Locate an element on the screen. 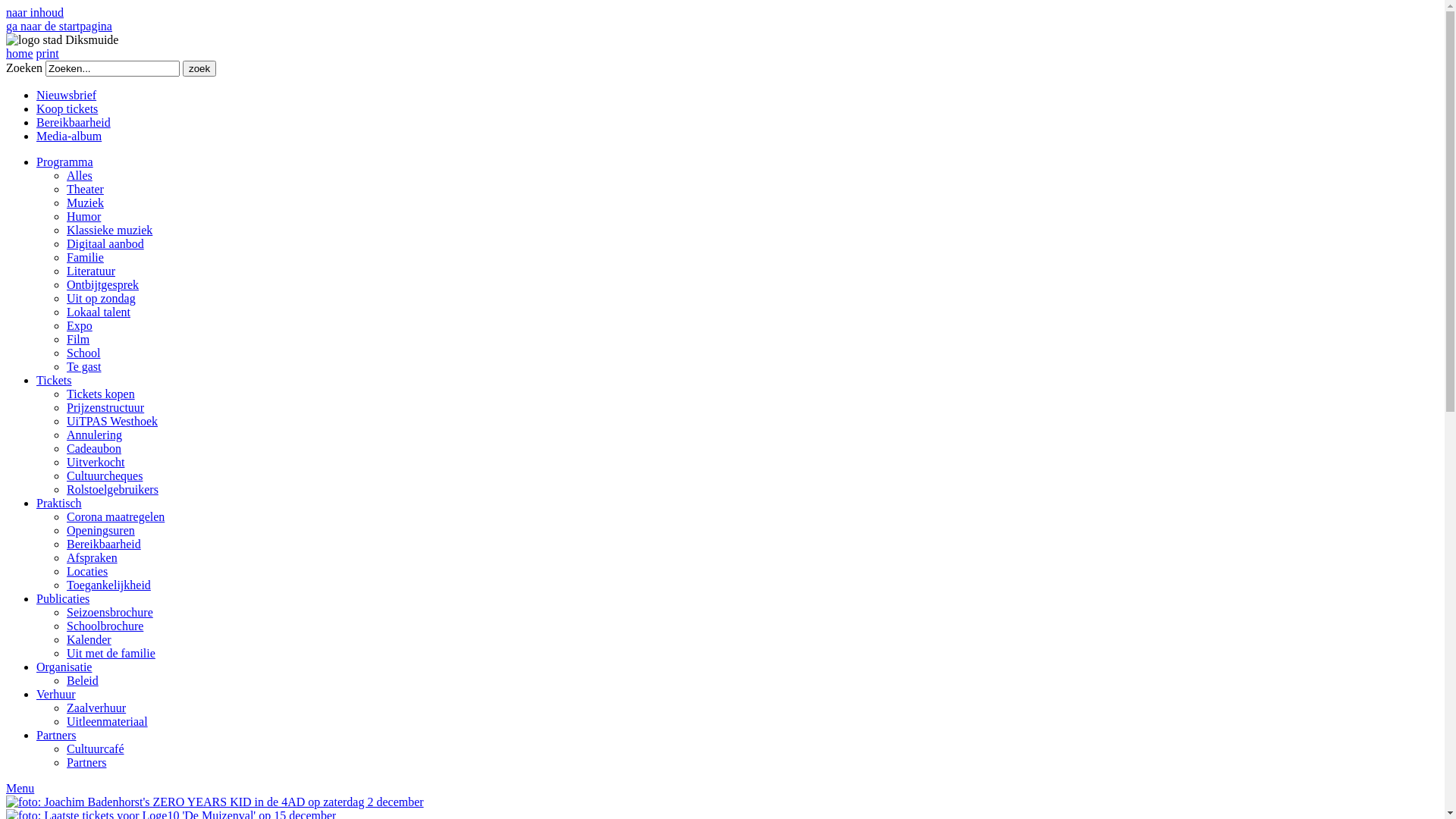 The image size is (1456, 819). 'Expo' is located at coordinates (79, 325).